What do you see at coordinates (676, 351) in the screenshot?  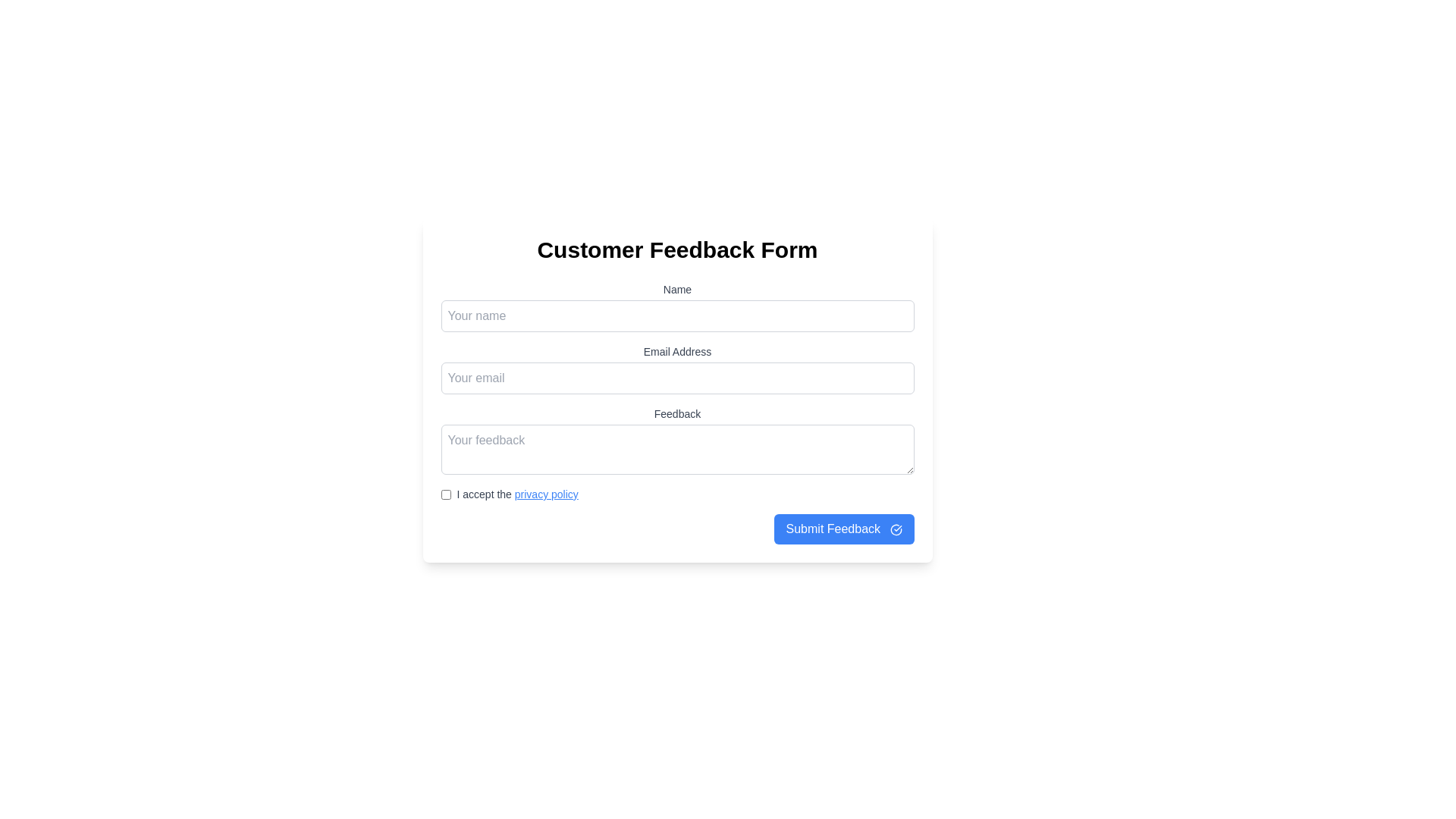 I see `the labeled input field by moving the cursor to the center of the email input label` at bounding box center [676, 351].